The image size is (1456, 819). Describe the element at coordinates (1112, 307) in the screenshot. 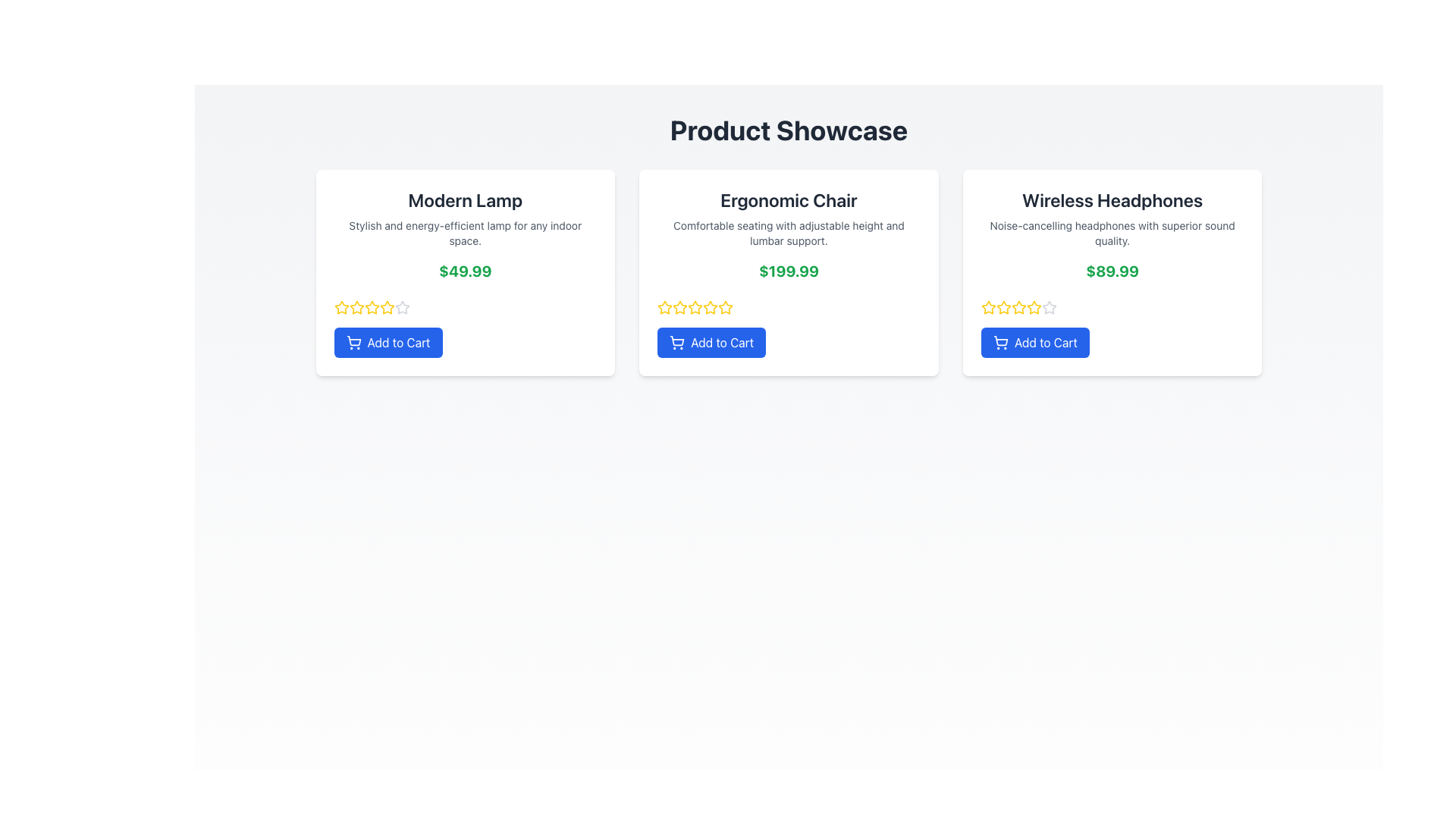

I see `the Rating display (stars) which consists of five star icons, four filled with yellow and one gray, located below the price '$89.99' and above the 'Add to Cart' button in the 'Wireless Headphones' card` at that location.